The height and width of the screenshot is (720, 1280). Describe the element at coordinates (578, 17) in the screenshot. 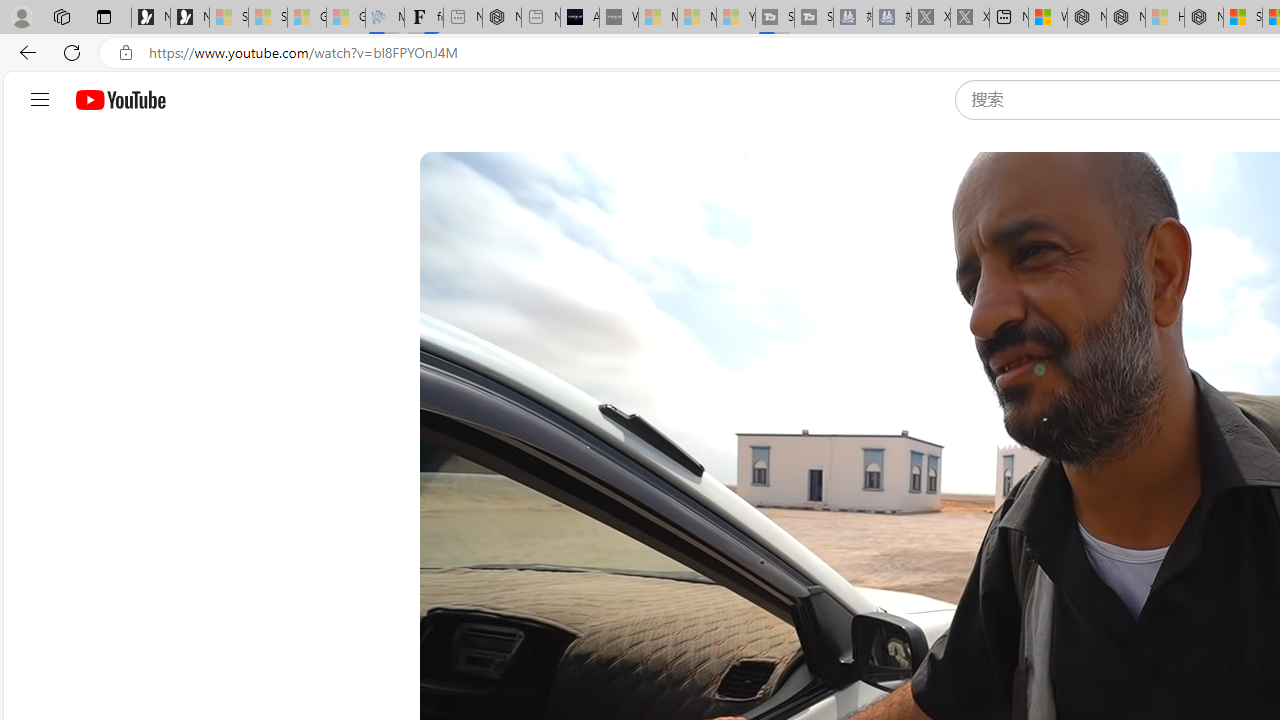

I see `'AI Voice Changer for PC and Mac - Voice.ai'` at that location.